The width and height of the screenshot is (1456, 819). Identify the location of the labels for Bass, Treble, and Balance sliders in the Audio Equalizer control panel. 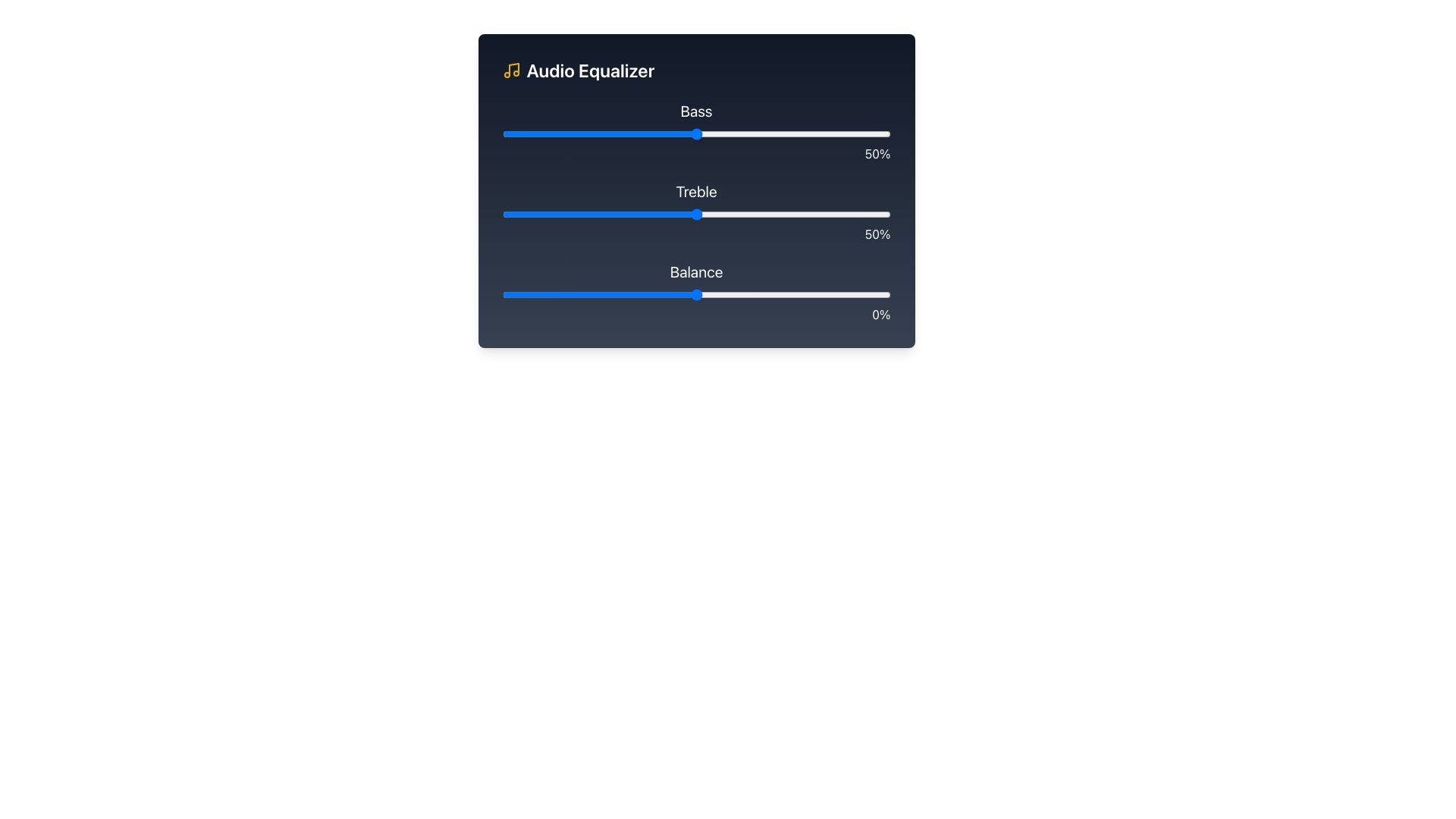
(695, 190).